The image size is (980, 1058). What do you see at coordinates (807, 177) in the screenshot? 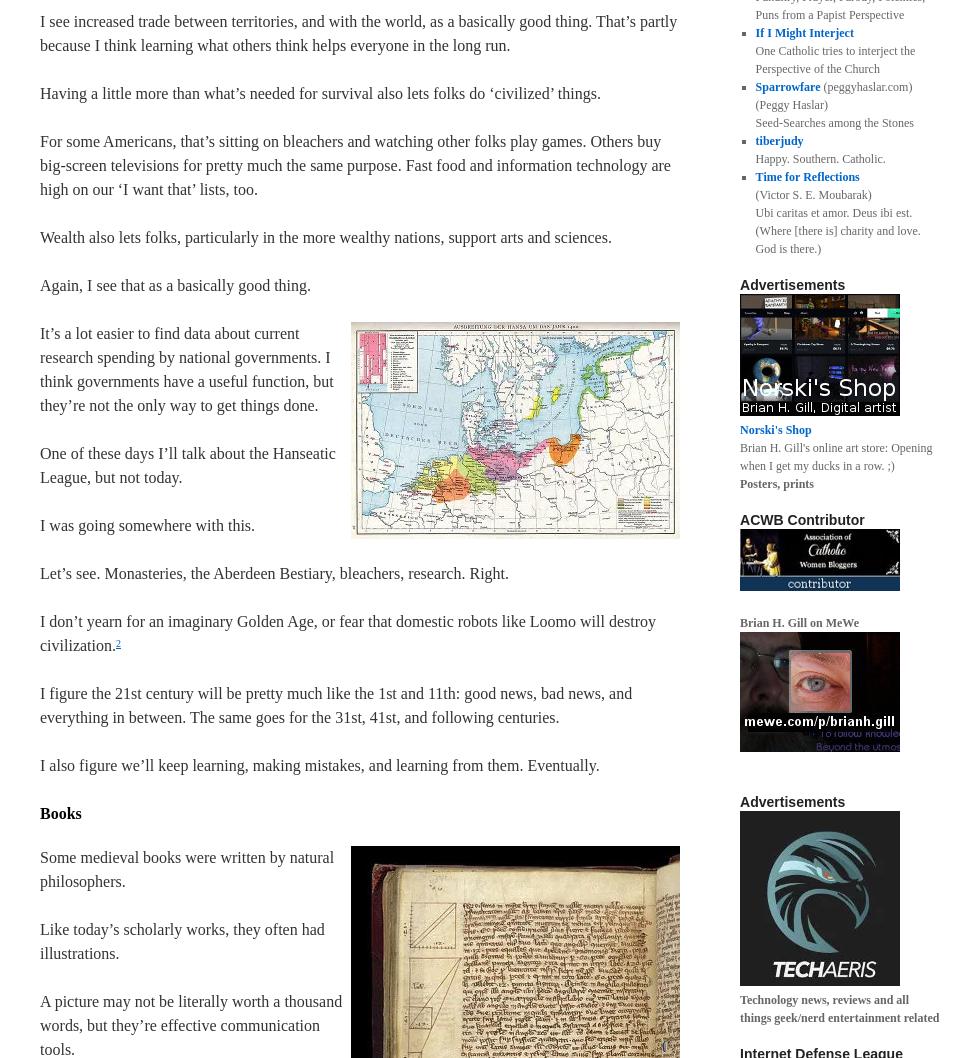
I see `'Time for Reflections'` at bounding box center [807, 177].